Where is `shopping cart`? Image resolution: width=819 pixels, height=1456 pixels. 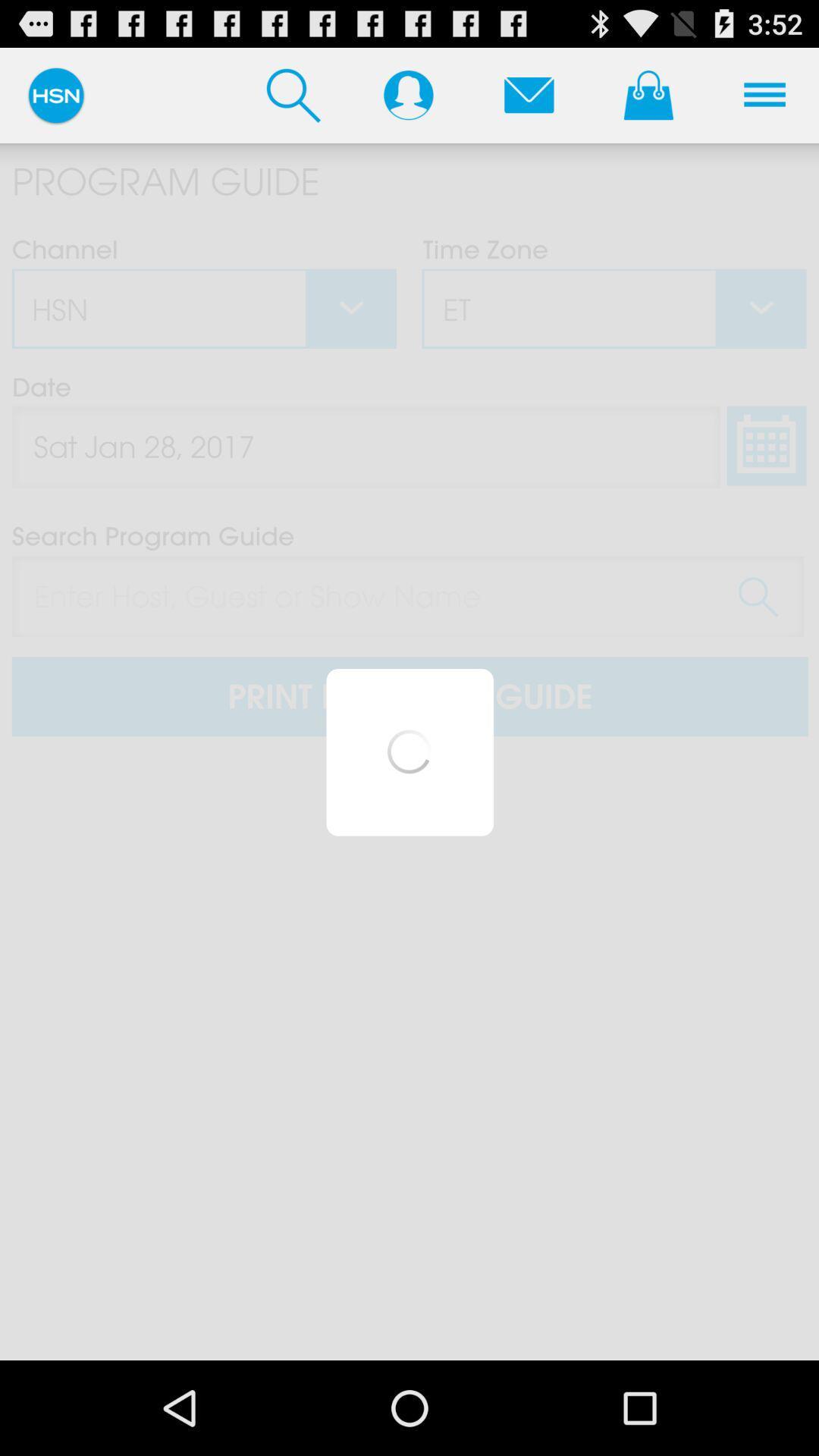
shopping cart is located at coordinates (648, 94).